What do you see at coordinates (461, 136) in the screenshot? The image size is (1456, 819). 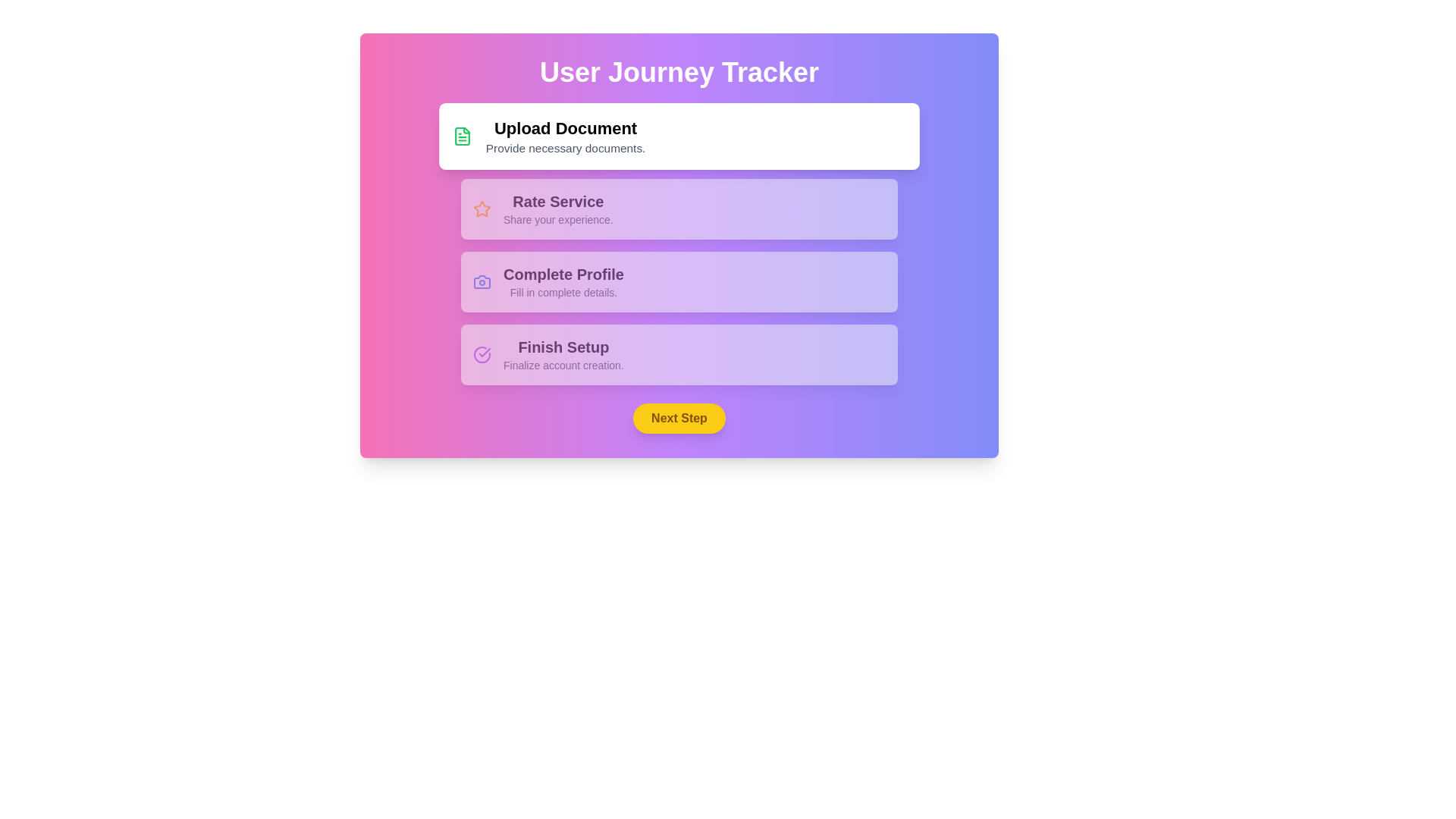 I see `the document upload icon located in the top left corner of the 'Upload Document' section, which features green accents and symbolizes a file upload action` at bounding box center [461, 136].